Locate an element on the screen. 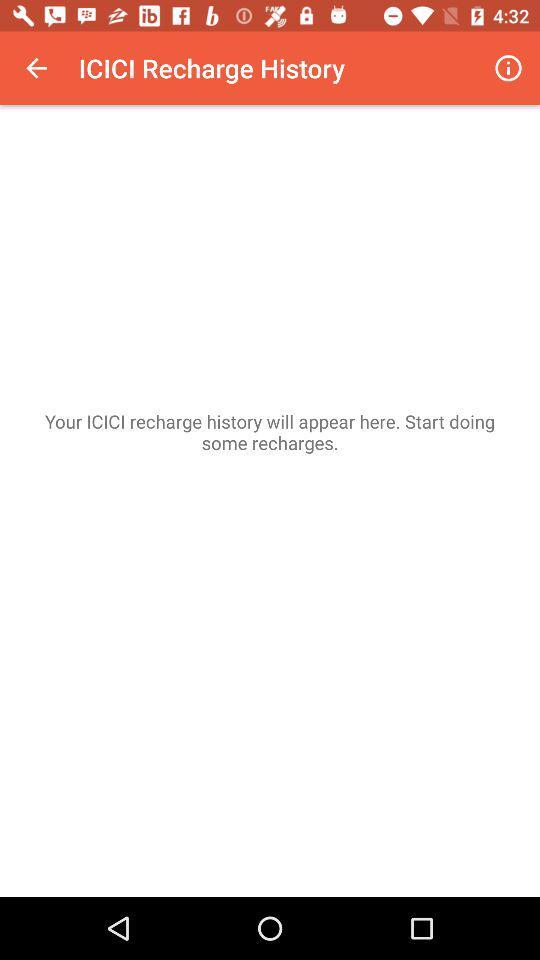 This screenshot has height=960, width=540. the item to the right of icici recharge history icon is located at coordinates (508, 68).